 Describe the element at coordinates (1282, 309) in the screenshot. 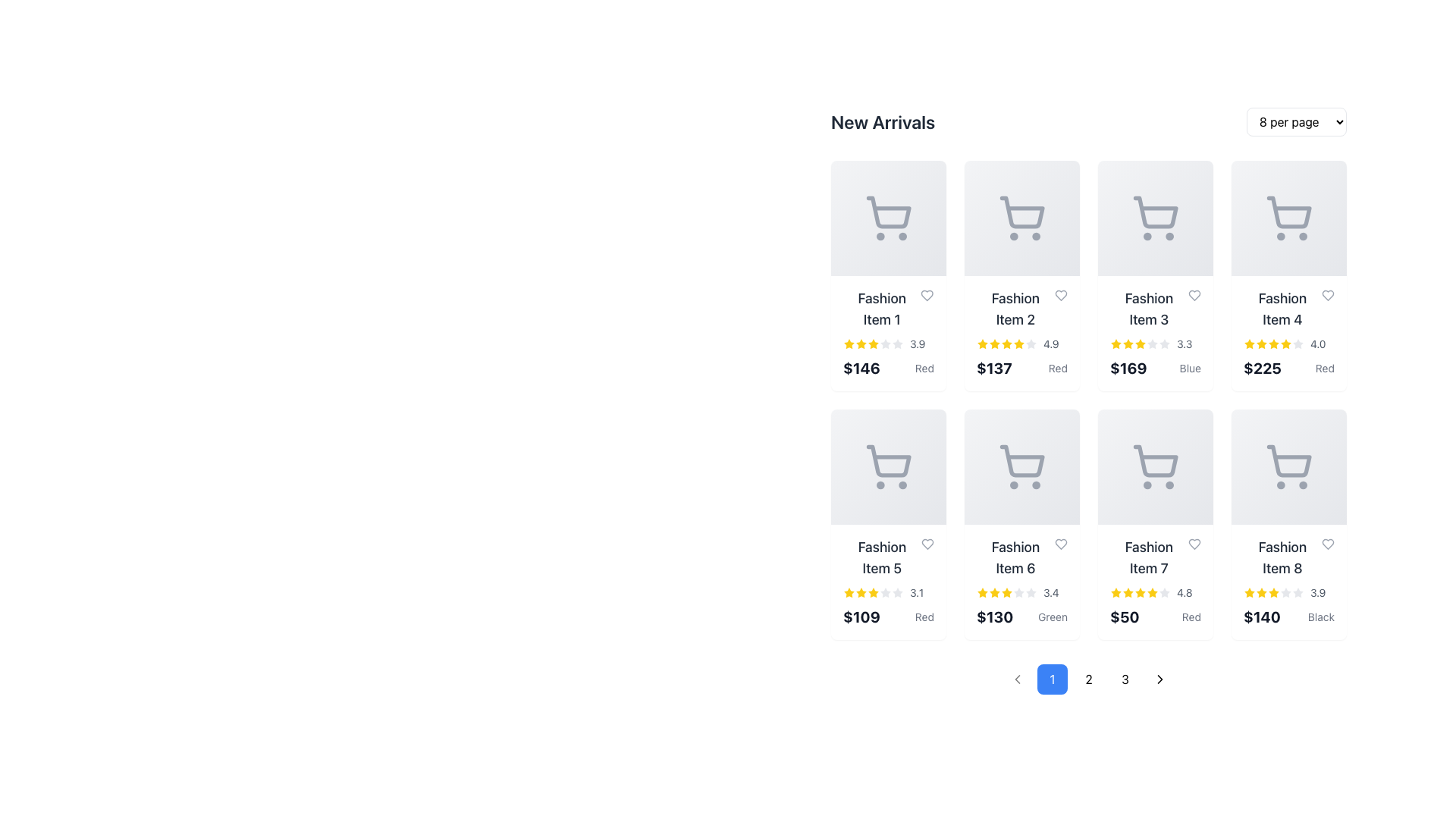

I see `the textual label displaying 'Fashion Item 4', which is prominently styled in bold, dark font and located in the top row, fourth column of the product grid` at that location.